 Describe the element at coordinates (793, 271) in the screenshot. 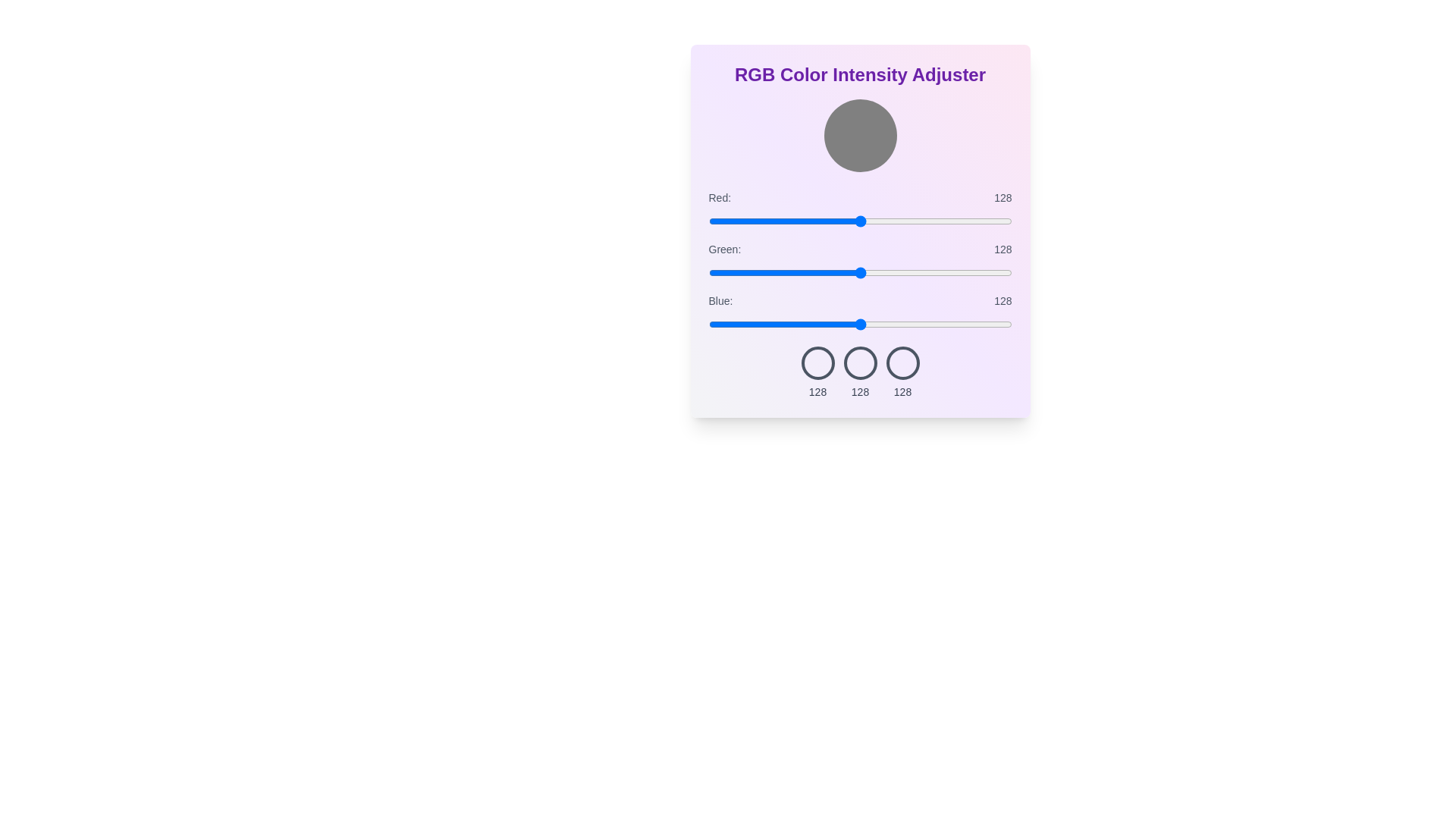

I see `the green slider to set its intensity to 72` at that location.